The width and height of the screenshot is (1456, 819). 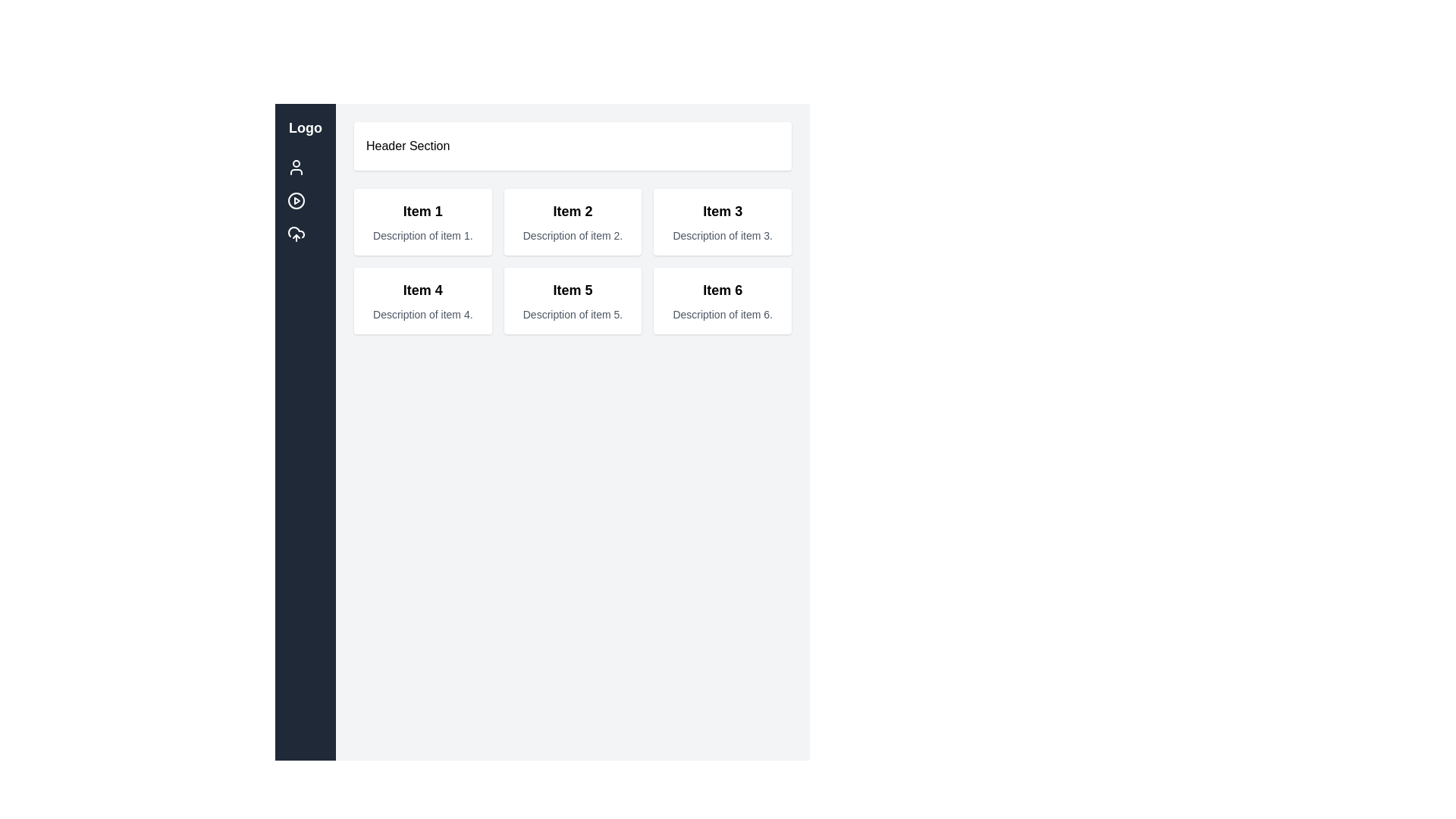 What do you see at coordinates (722, 236) in the screenshot?
I see `static text label that provides a description about 'Item 3', located below the heading of the same name` at bounding box center [722, 236].